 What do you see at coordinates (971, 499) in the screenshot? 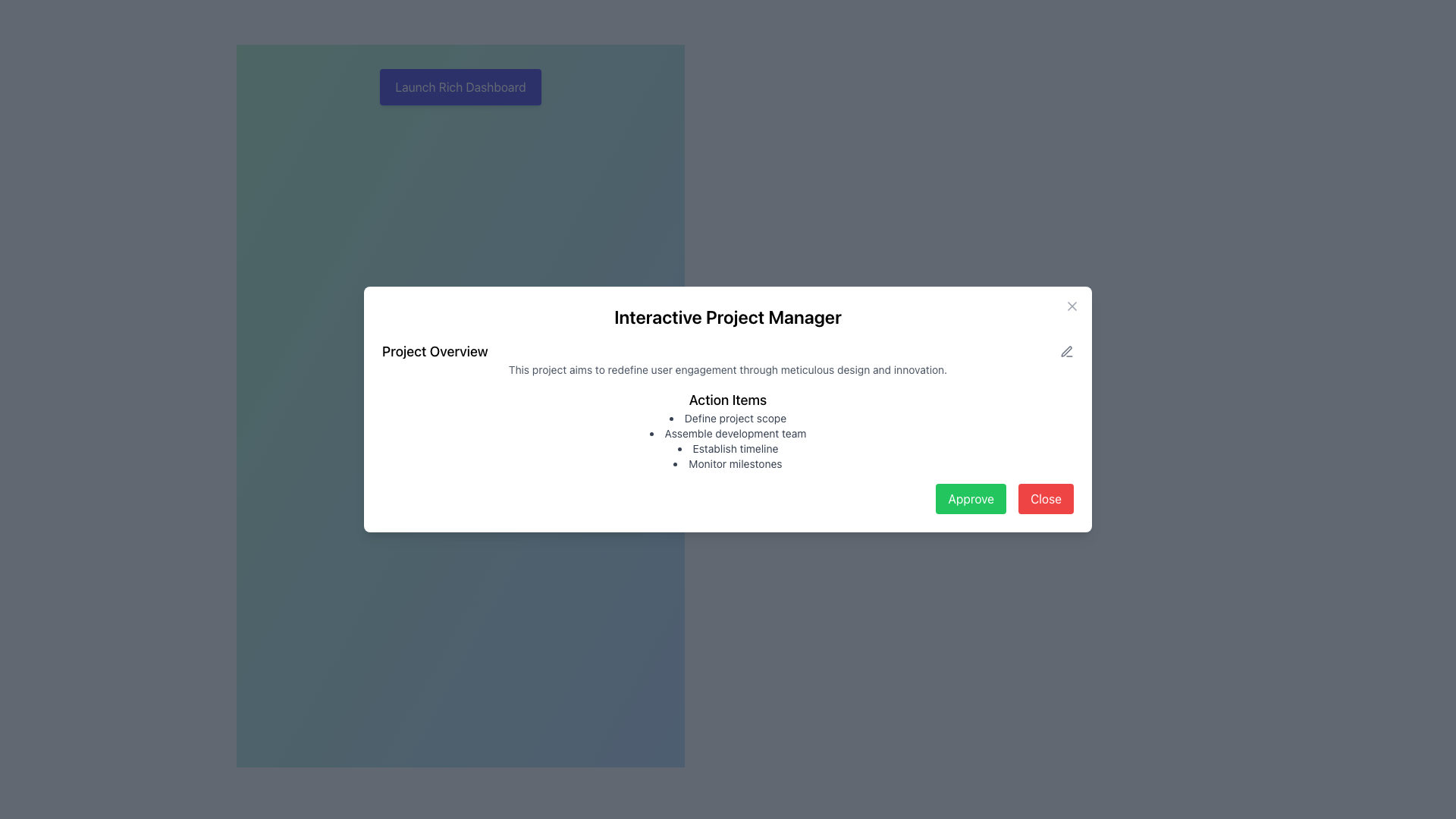
I see `the 'Approve' button, which is a rectangular button with white text on a green background, located on the right side of the modal dialog near the bottom` at bounding box center [971, 499].